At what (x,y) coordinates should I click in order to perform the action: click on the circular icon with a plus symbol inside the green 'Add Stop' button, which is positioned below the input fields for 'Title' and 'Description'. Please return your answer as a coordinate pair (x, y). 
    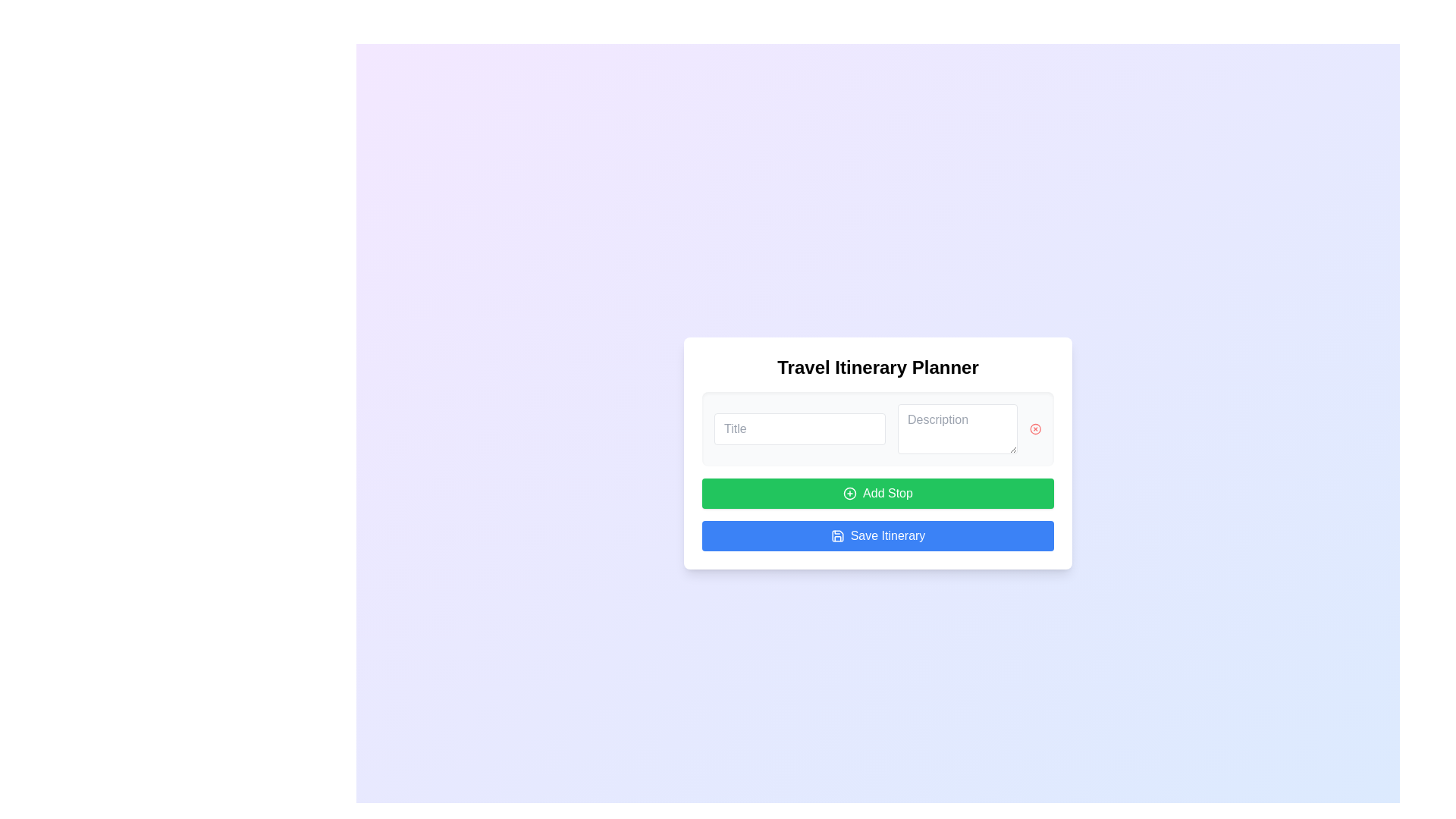
    Looking at the image, I should click on (850, 494).